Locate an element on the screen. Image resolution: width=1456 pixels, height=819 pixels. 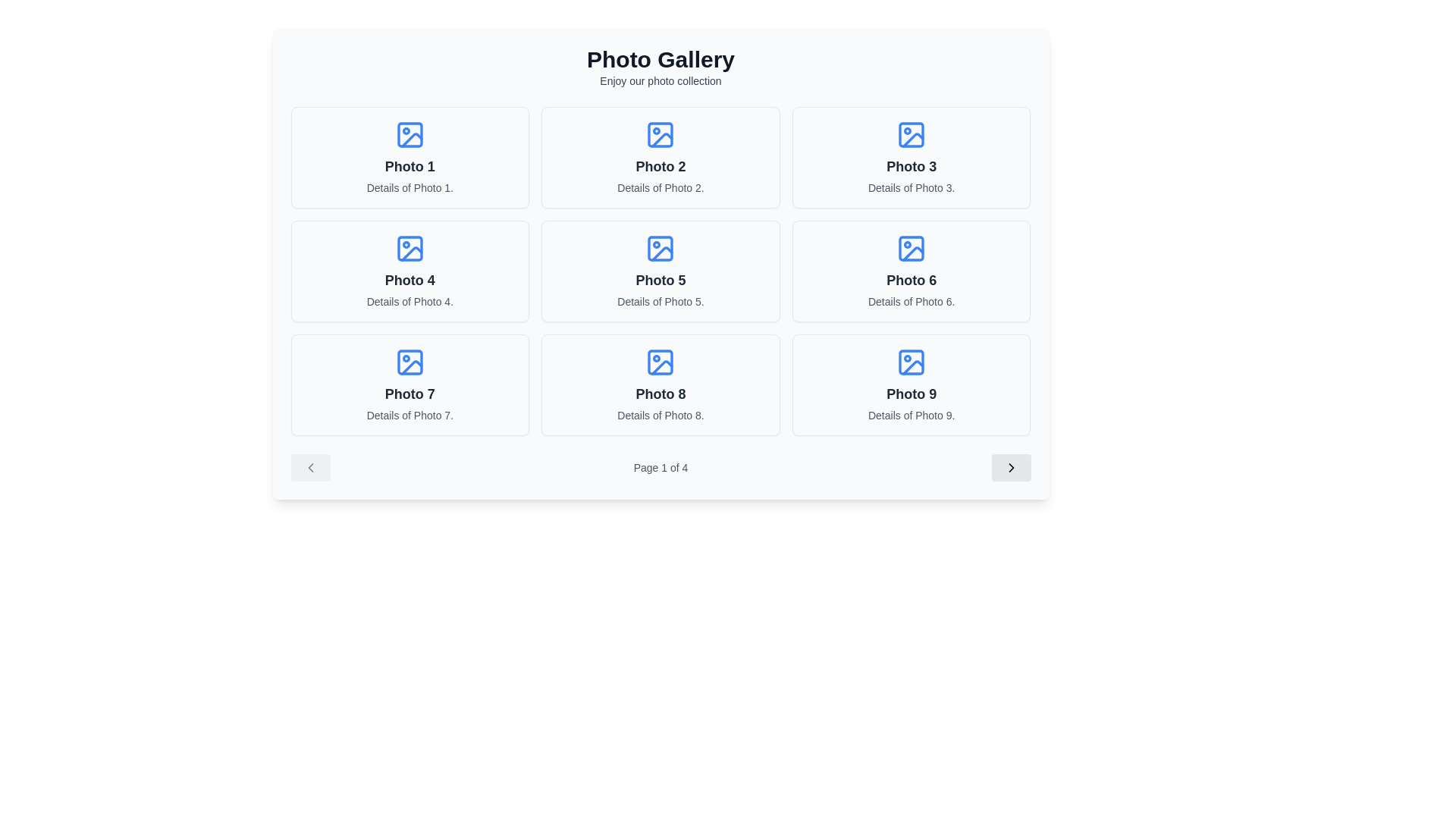
the static text that reads 'Enjoy our photo collection', which is styled in a smaller gray font and positioned beneath the 'Photo Gallery' heading is located at coordinates (661, 81).